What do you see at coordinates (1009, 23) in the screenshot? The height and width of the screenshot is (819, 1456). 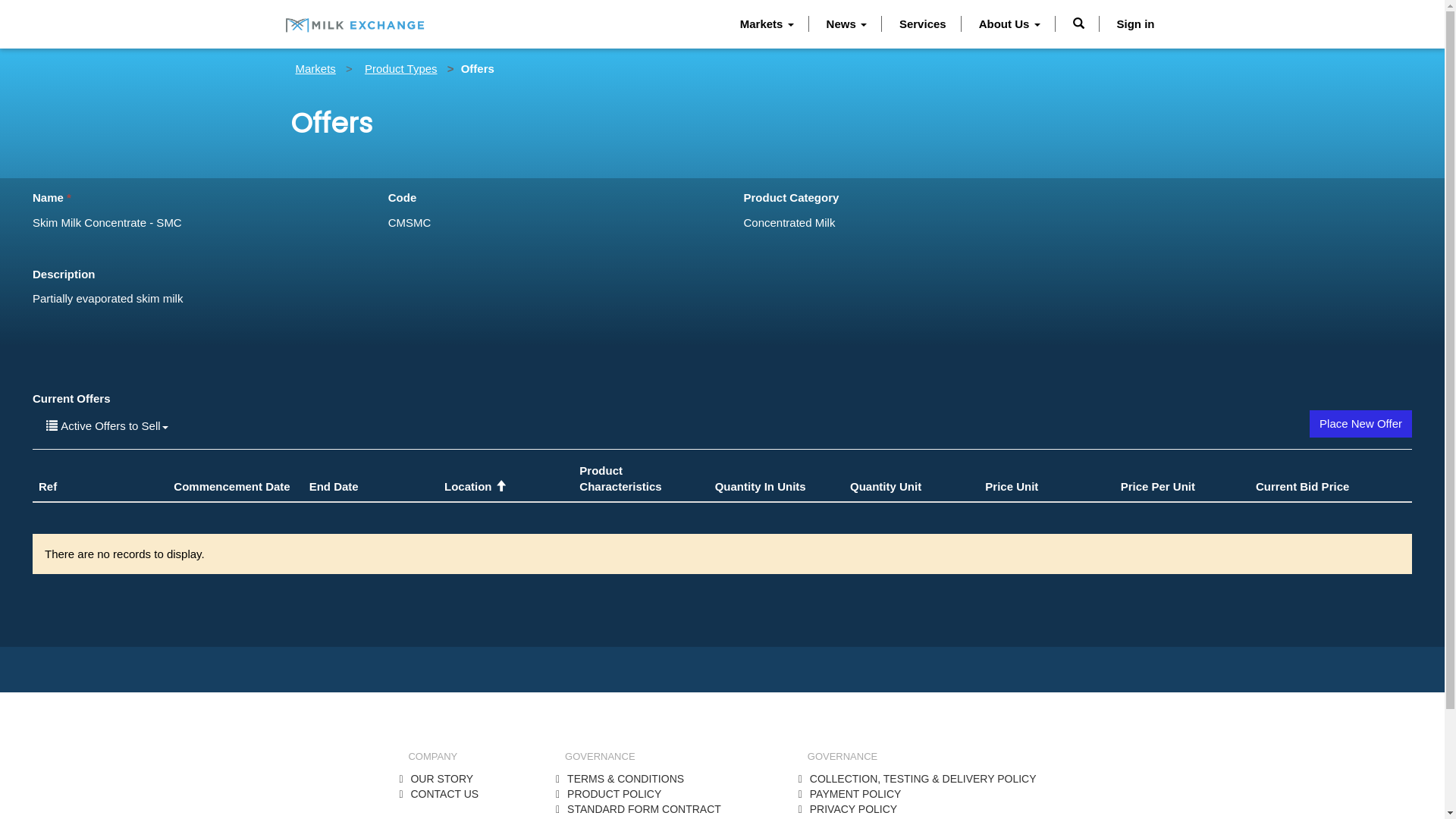 I see `'About Us'` at bounding box center [1009, 23].